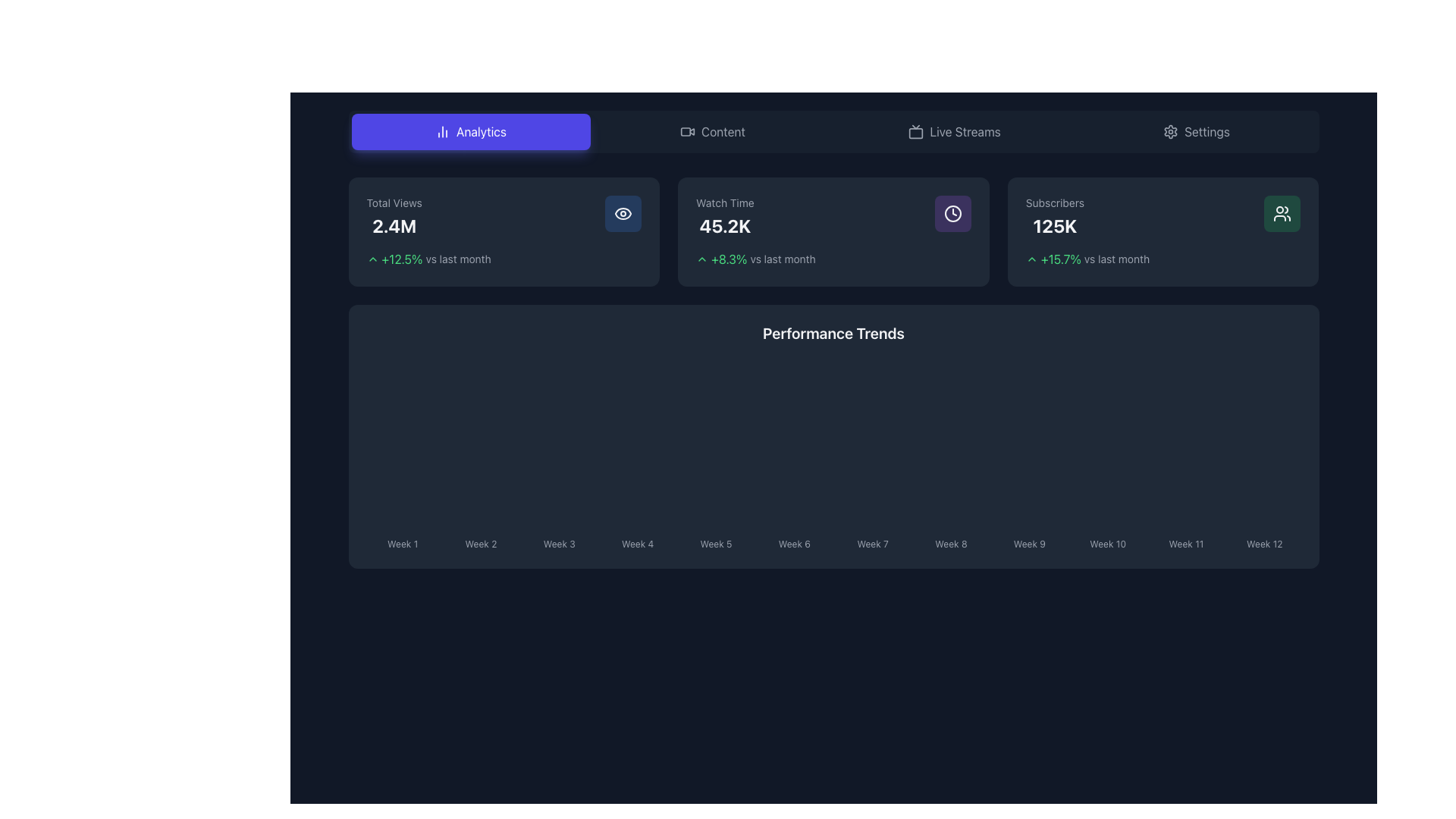 The image size is (1456, 819). What do you see at coordinates (873, 540) in the screenshot?
I see `the text content of the label identified as 'Week 7', which is the seventh label in the horizontal sequence for the 'Performance Trends' section` at bounding box center [873, 540].